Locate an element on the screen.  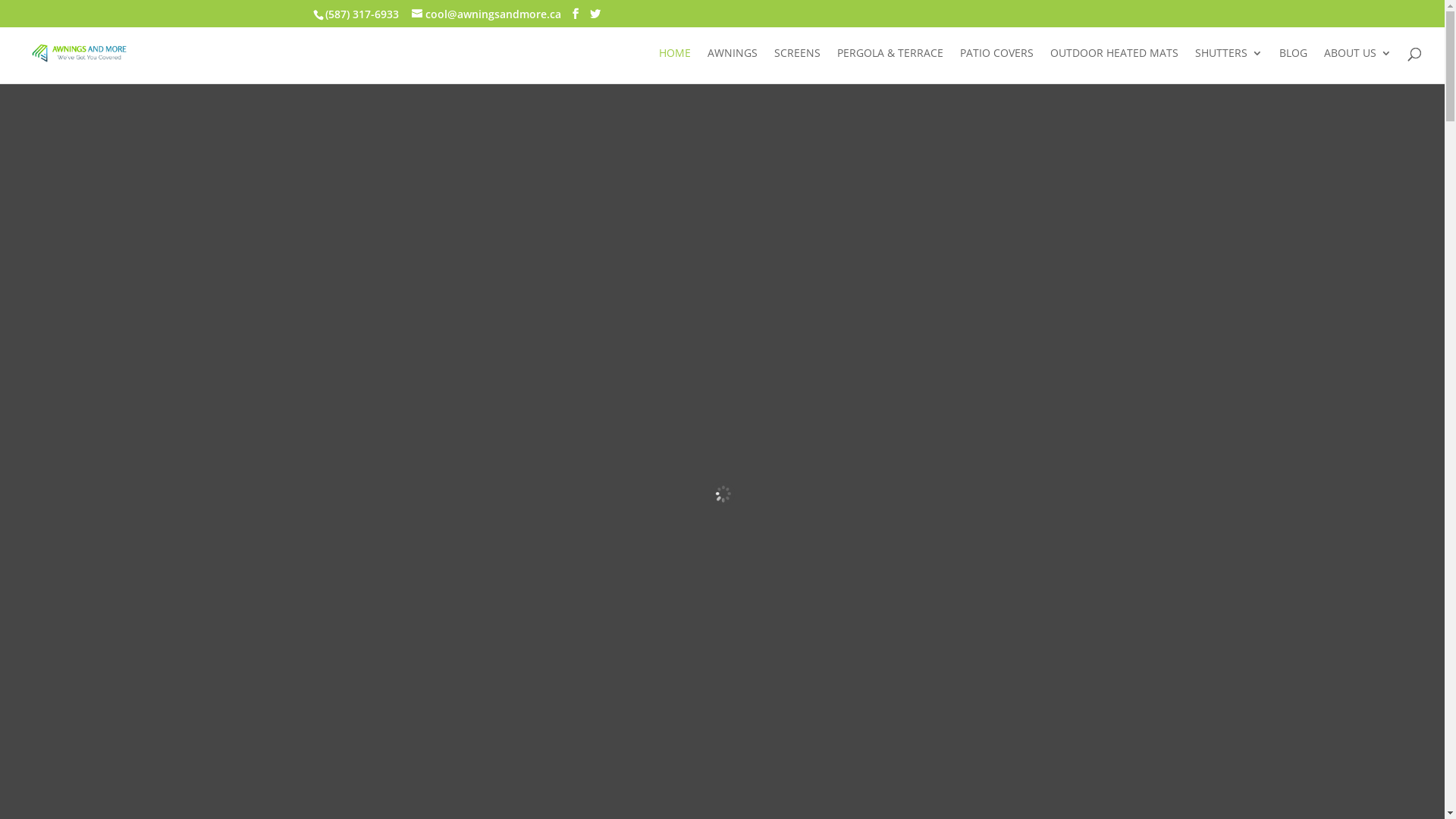
'PATIO COVERS' is located at coordinates (996, 64).